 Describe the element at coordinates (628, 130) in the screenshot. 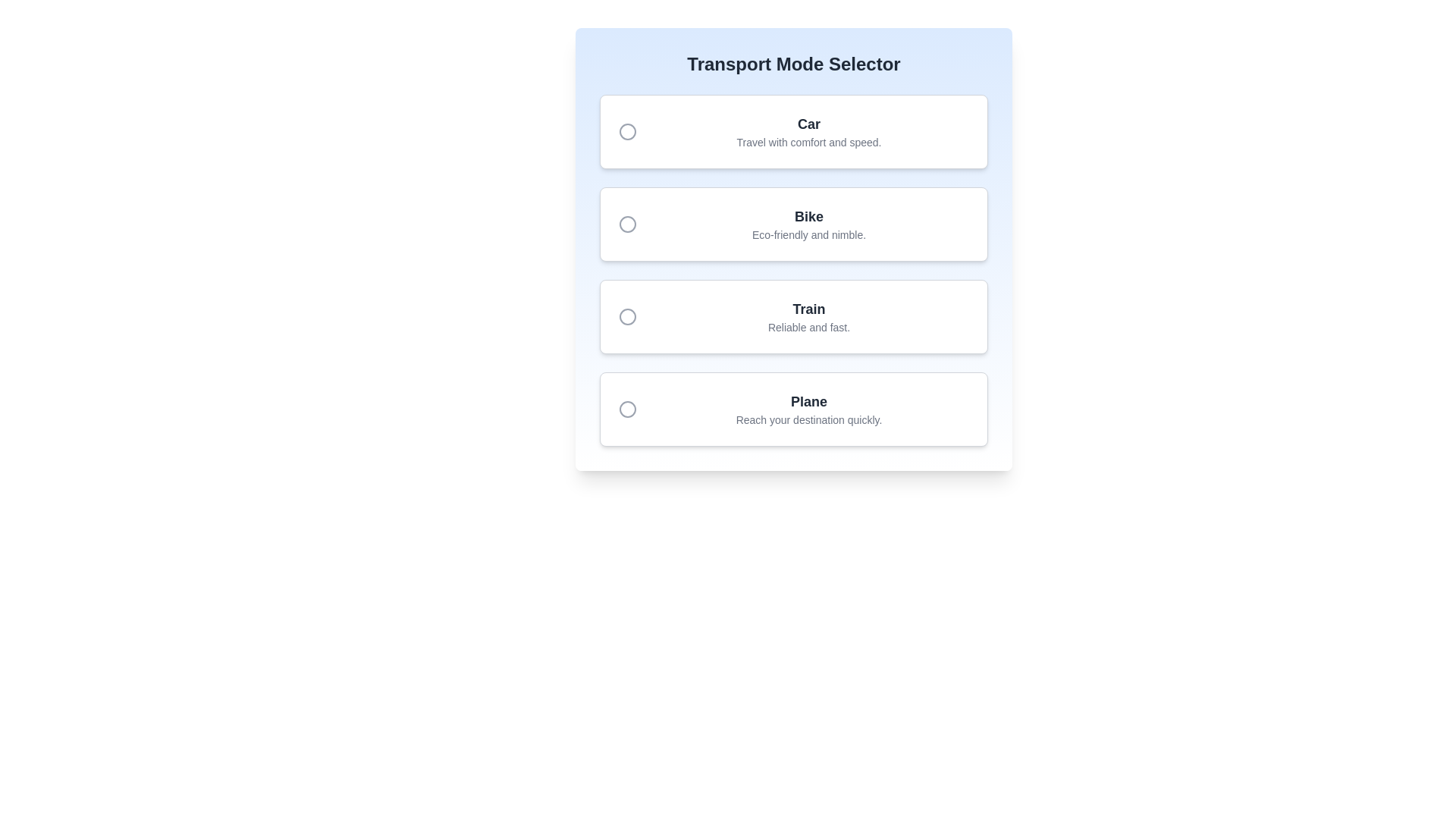

I see `the selectable icon, a minimalistic light gray circle with a border stroke, located to the left of the 'Car' text in the 'Transport Mode Selector', to indicate keyboard navigation` at that location.